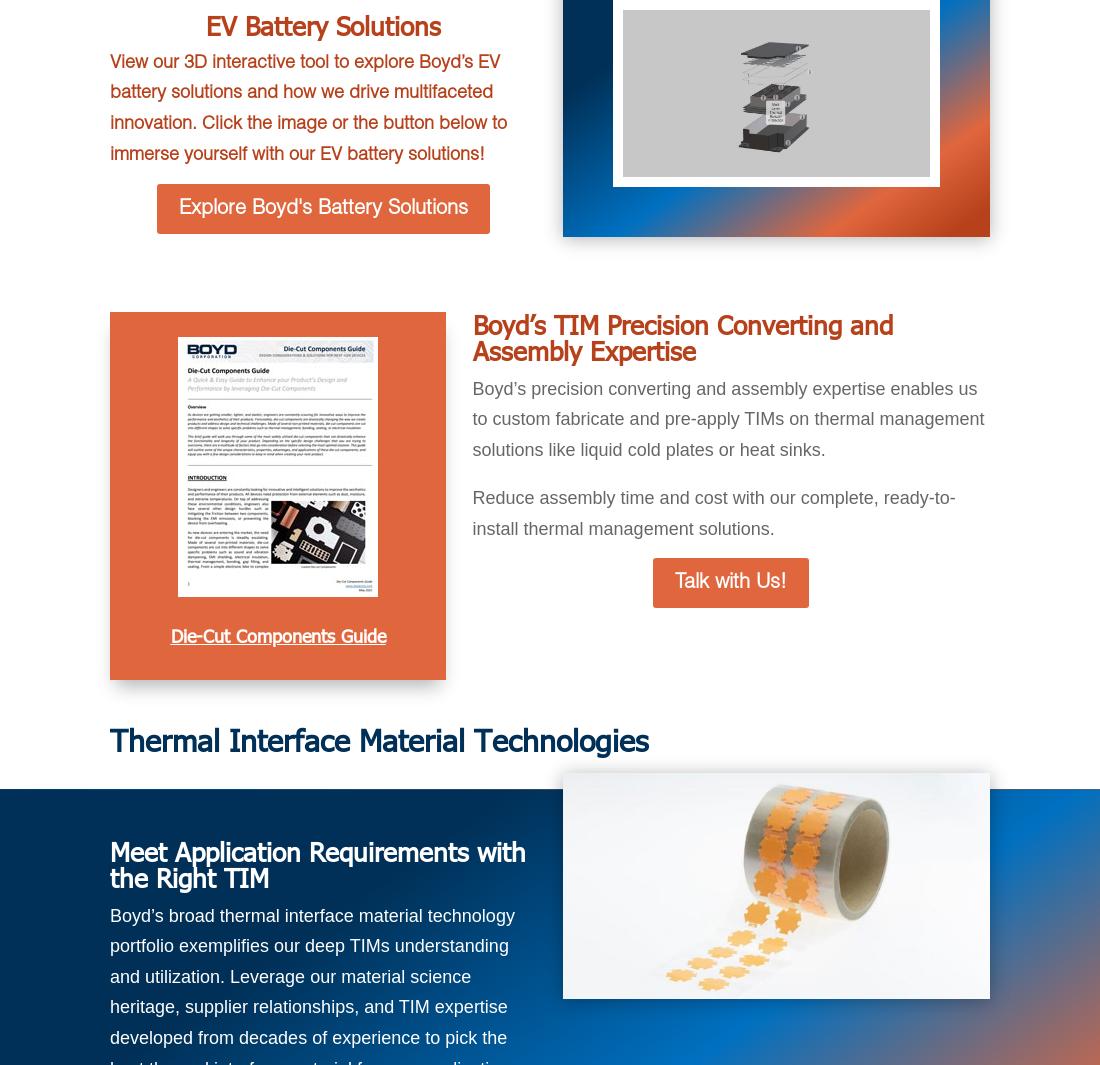 The width and height of the screenshot is (1100, 1065). Describe the element at coordinates (729, 582) in the screenshot. I see `'Talk with Us!'` at that location.